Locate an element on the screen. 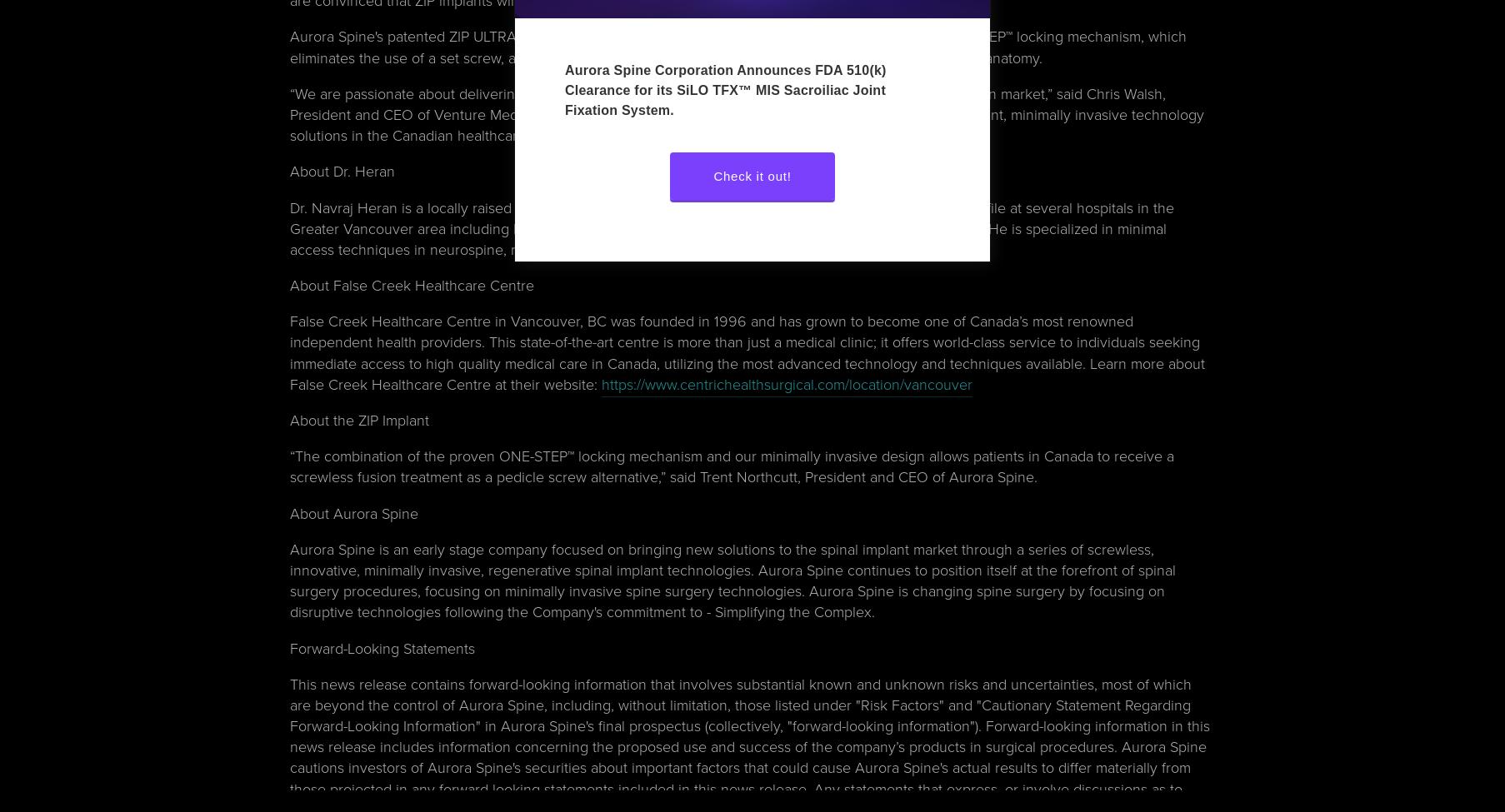 This screenshot has width=1505, height=812. 'About Dr. Heran' is located at coordinates (342, 172).